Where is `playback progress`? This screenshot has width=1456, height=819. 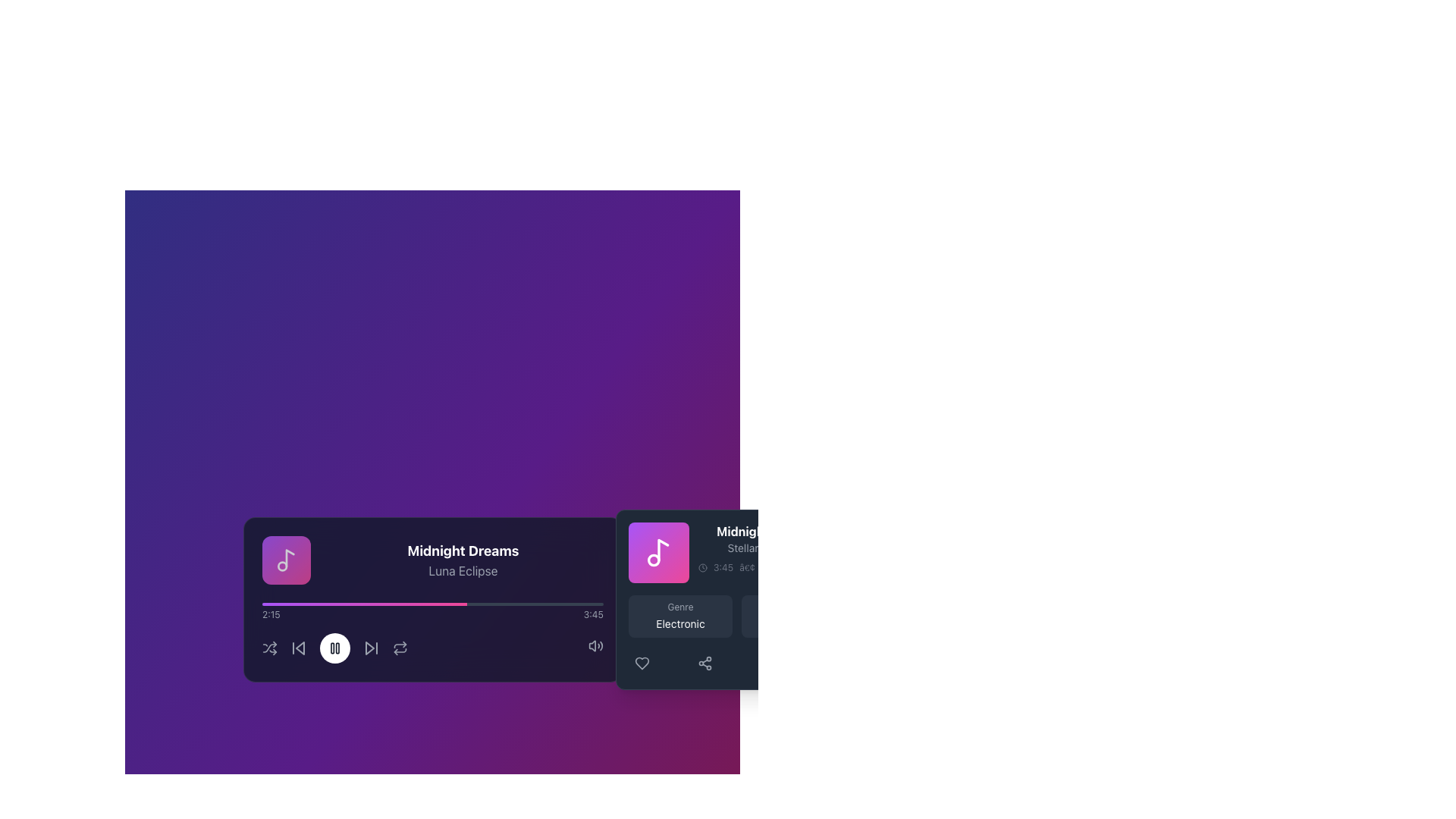 playback progress is located at coordinates (422, 604).